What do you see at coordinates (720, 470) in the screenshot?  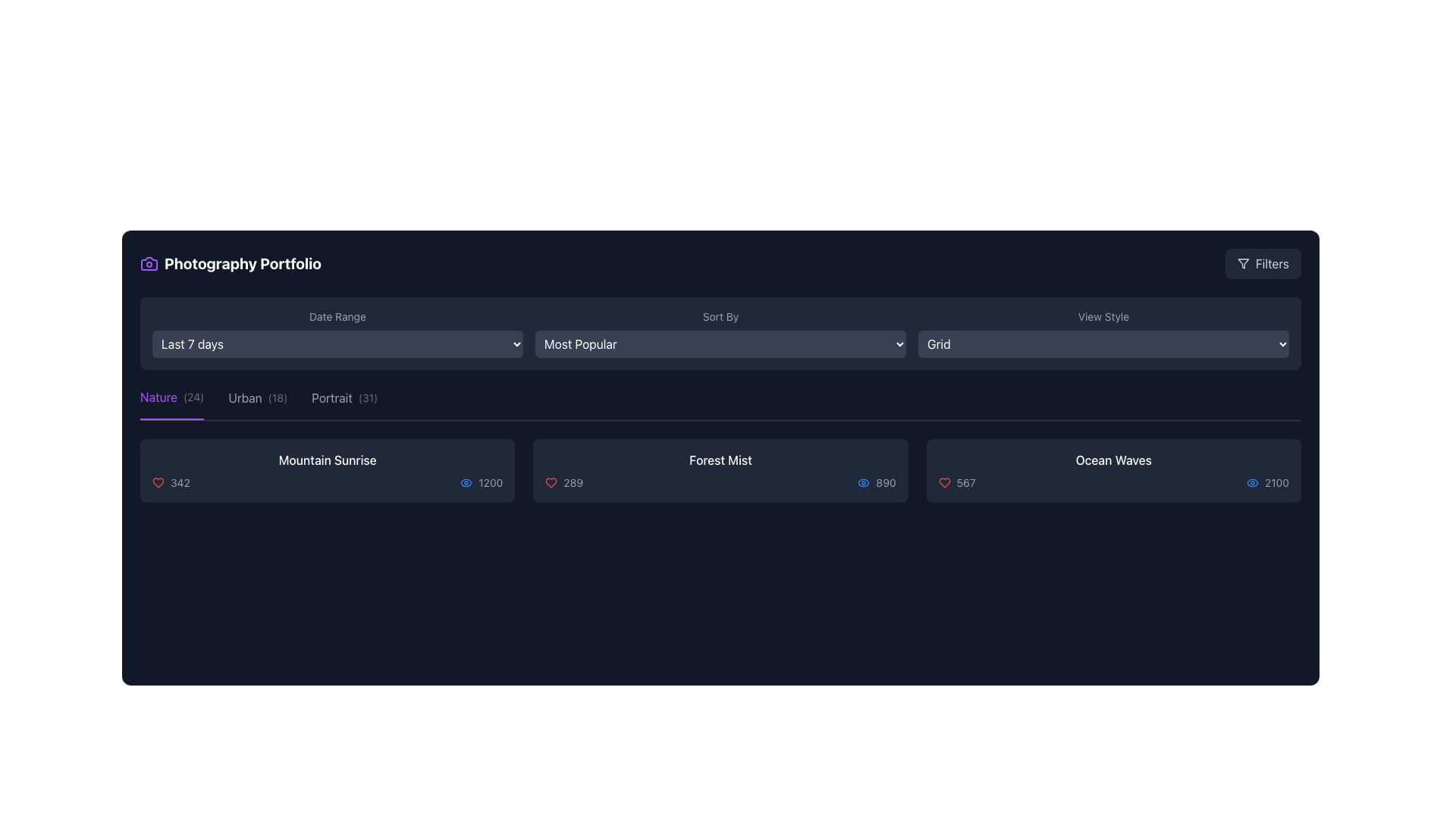 I see `the grid item displaying the 'Forest Mist' portfolio details, positioned in the lower half of the 'Photography Portfolio' interface` at bounding box center [720, 470].